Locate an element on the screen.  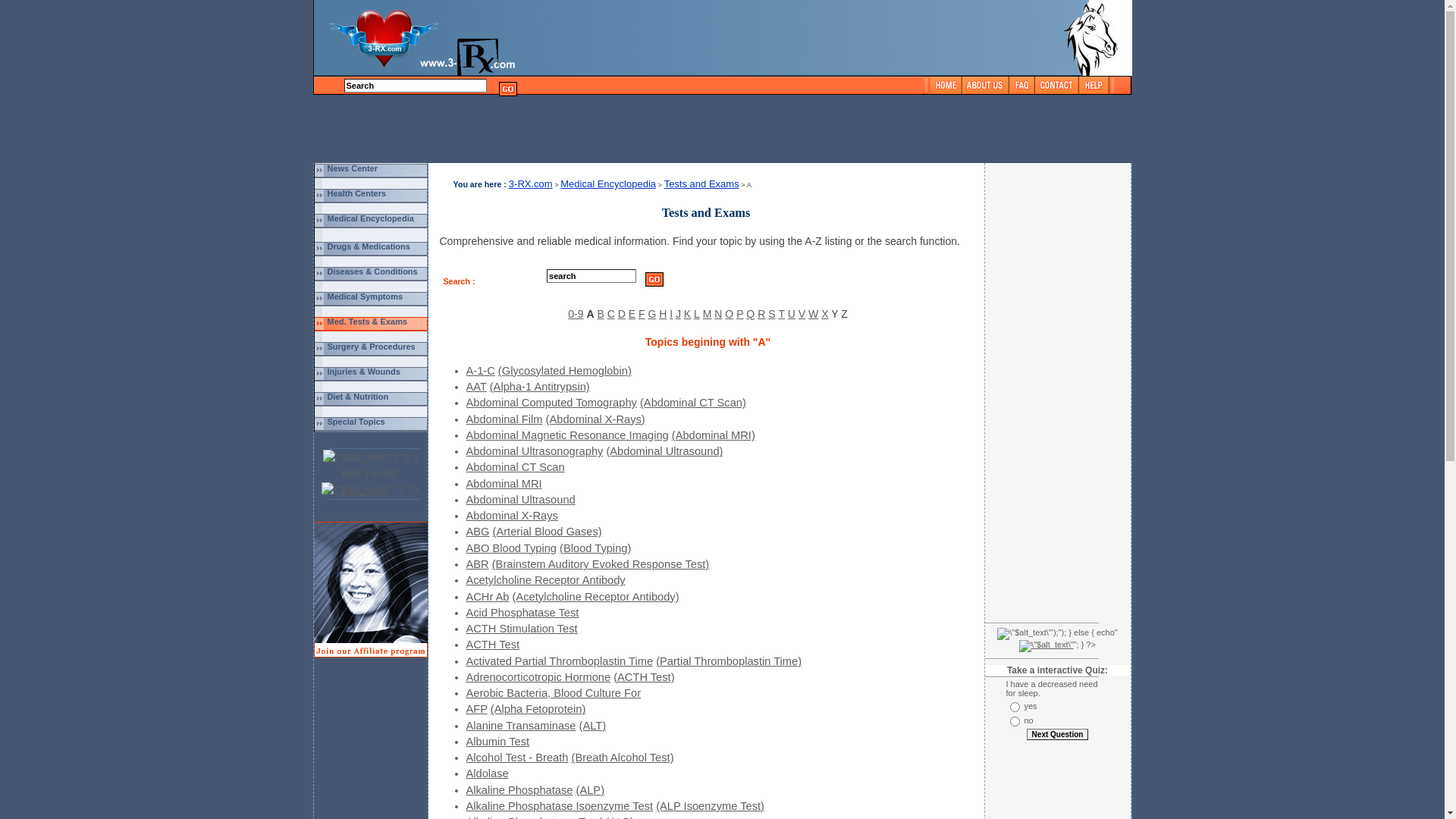
'Alanine Transaminase' is located at coordinates (520, 724).